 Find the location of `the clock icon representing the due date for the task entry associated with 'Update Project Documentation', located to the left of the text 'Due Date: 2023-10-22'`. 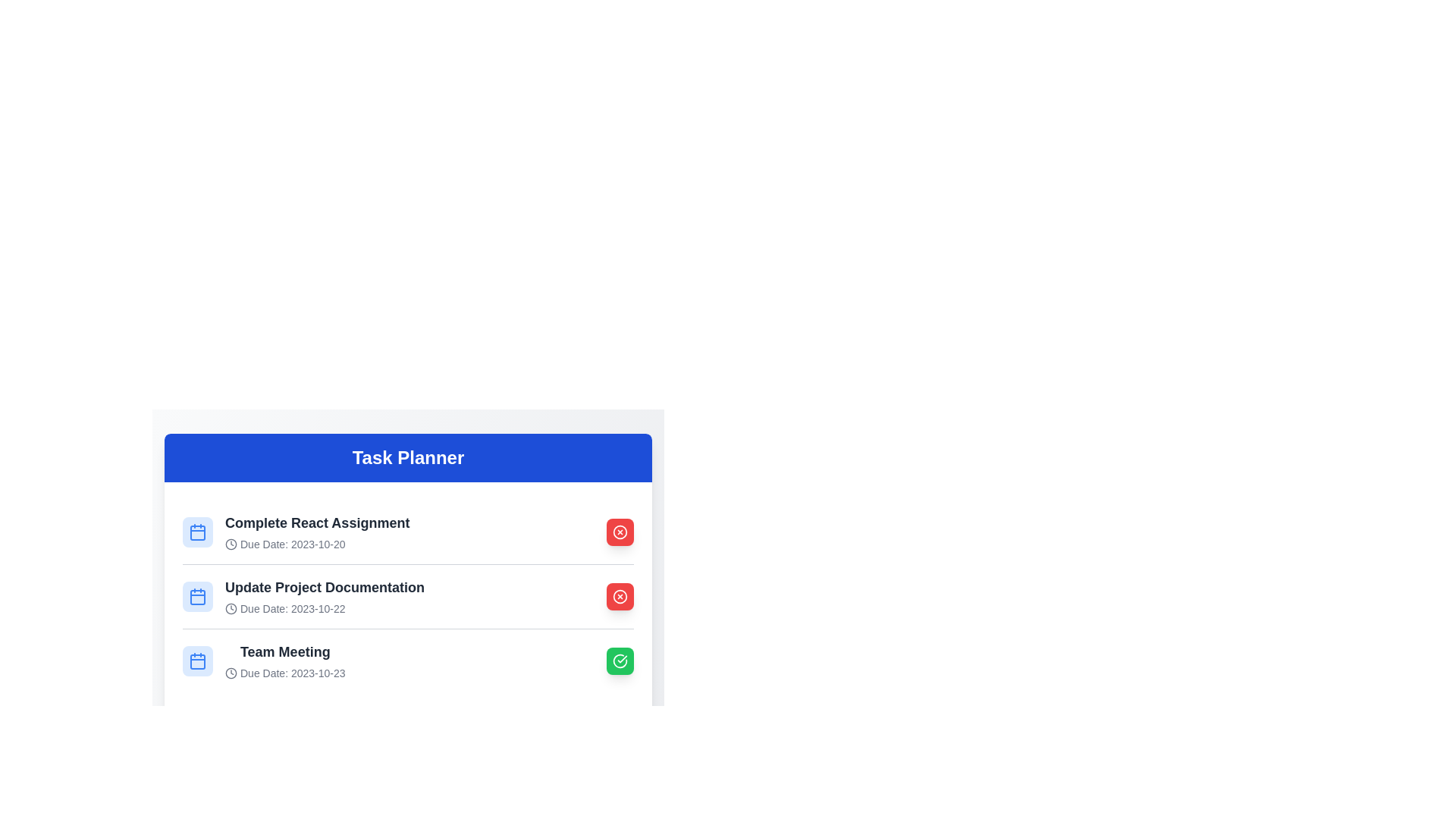

the clock icon representing the due date for the task entry associated with 'Update Project Documentation', located to the left of the text 'Due Date: 2023-10-22' is located at coordinates (231, 607).